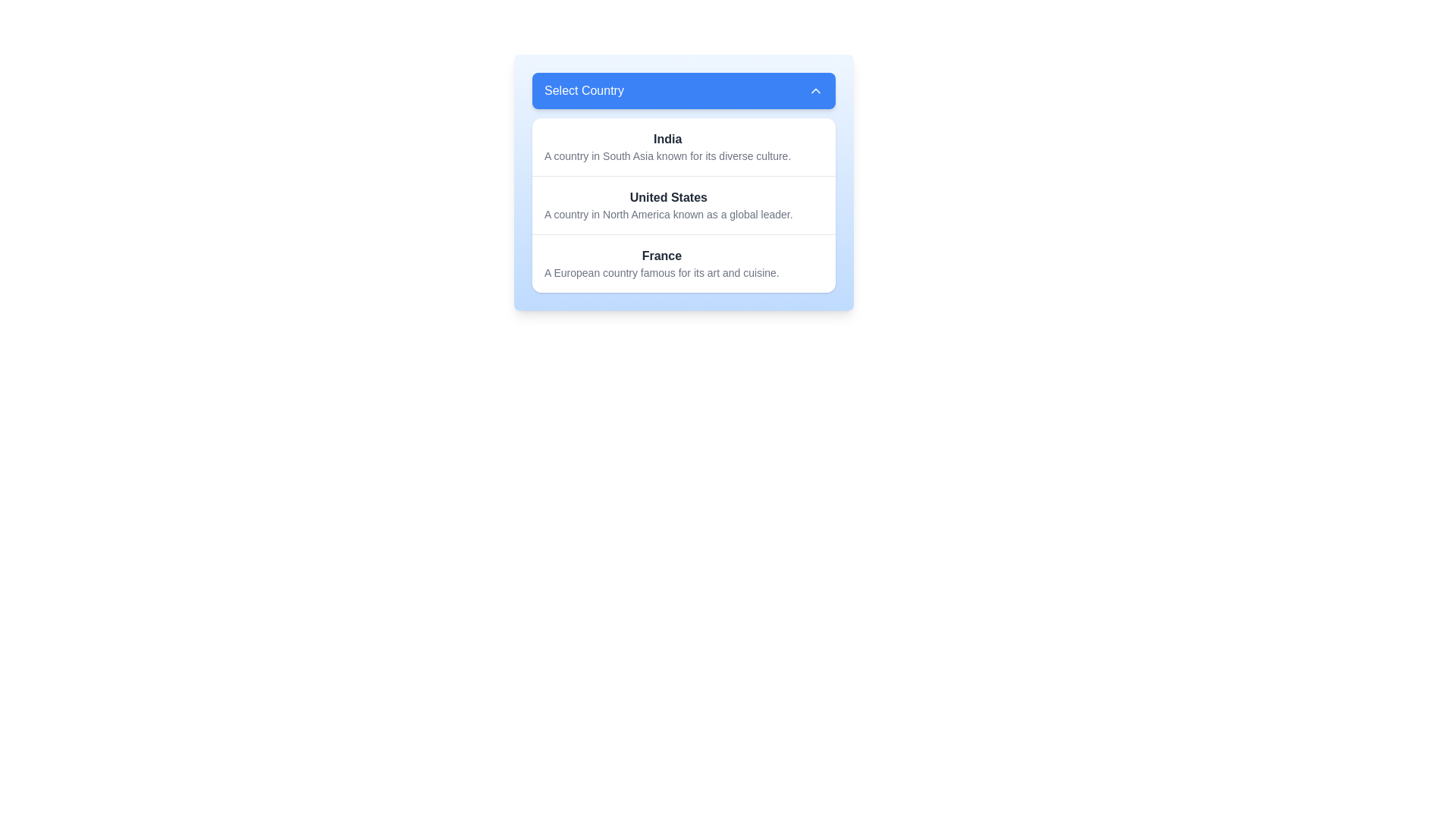 The image size is (1456, 819). What do you see at coordinates (814, 90) in the screenshot?
I see `the upward chevron icon in the top-right corner of the blue header labeled 'Select Country'` at bounding box center [814, 90].